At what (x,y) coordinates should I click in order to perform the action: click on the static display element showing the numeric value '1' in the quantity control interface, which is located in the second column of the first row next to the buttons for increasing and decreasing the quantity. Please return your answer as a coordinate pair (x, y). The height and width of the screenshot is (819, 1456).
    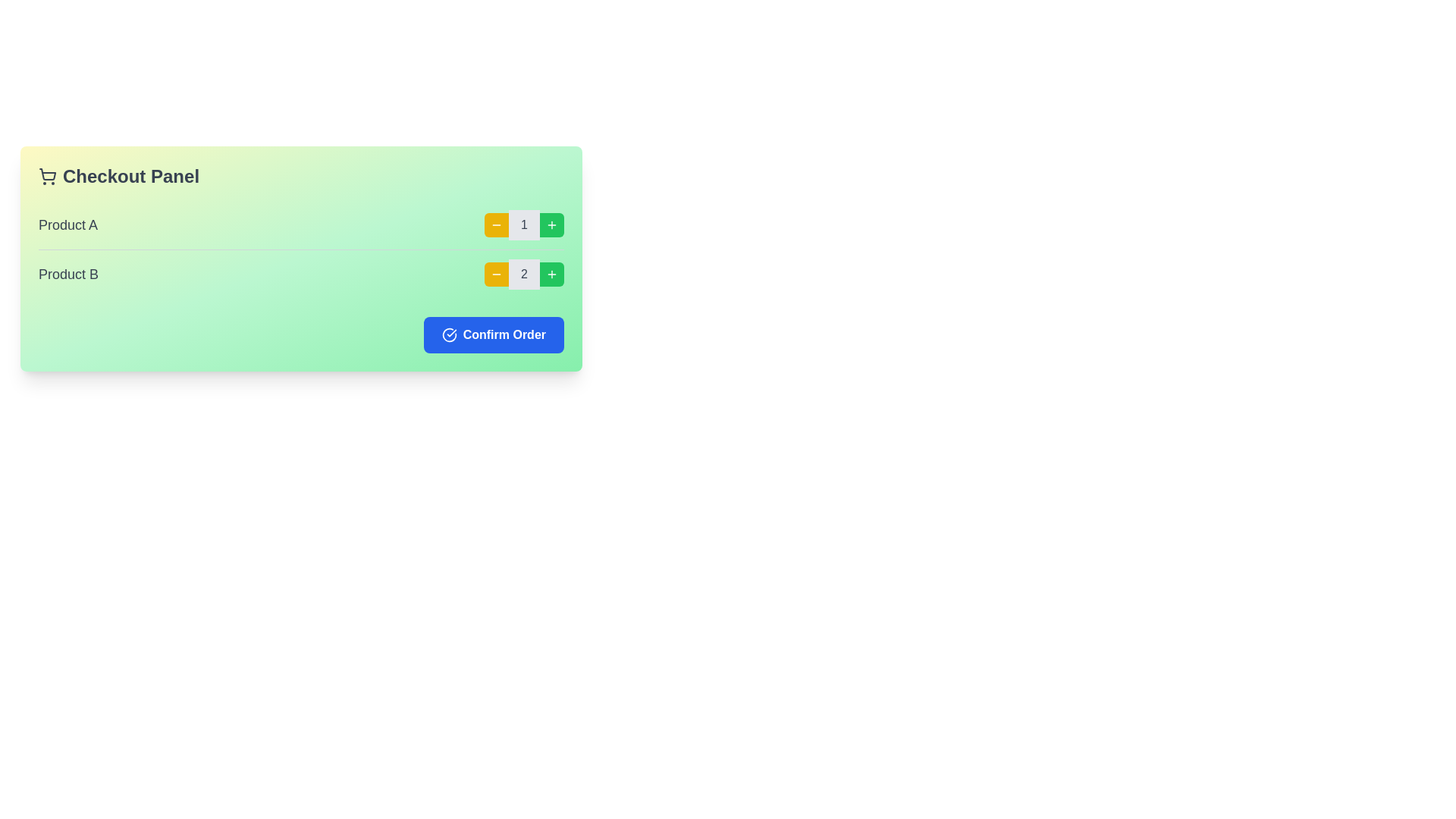
    Looking at the image, I should click on (524, 225).